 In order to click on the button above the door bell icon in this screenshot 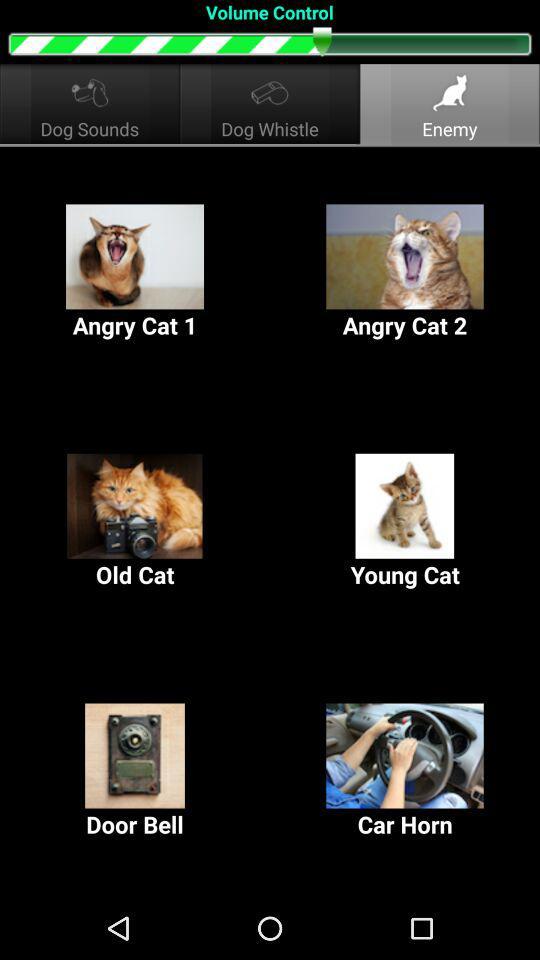, I will do `click(405, 521)`.